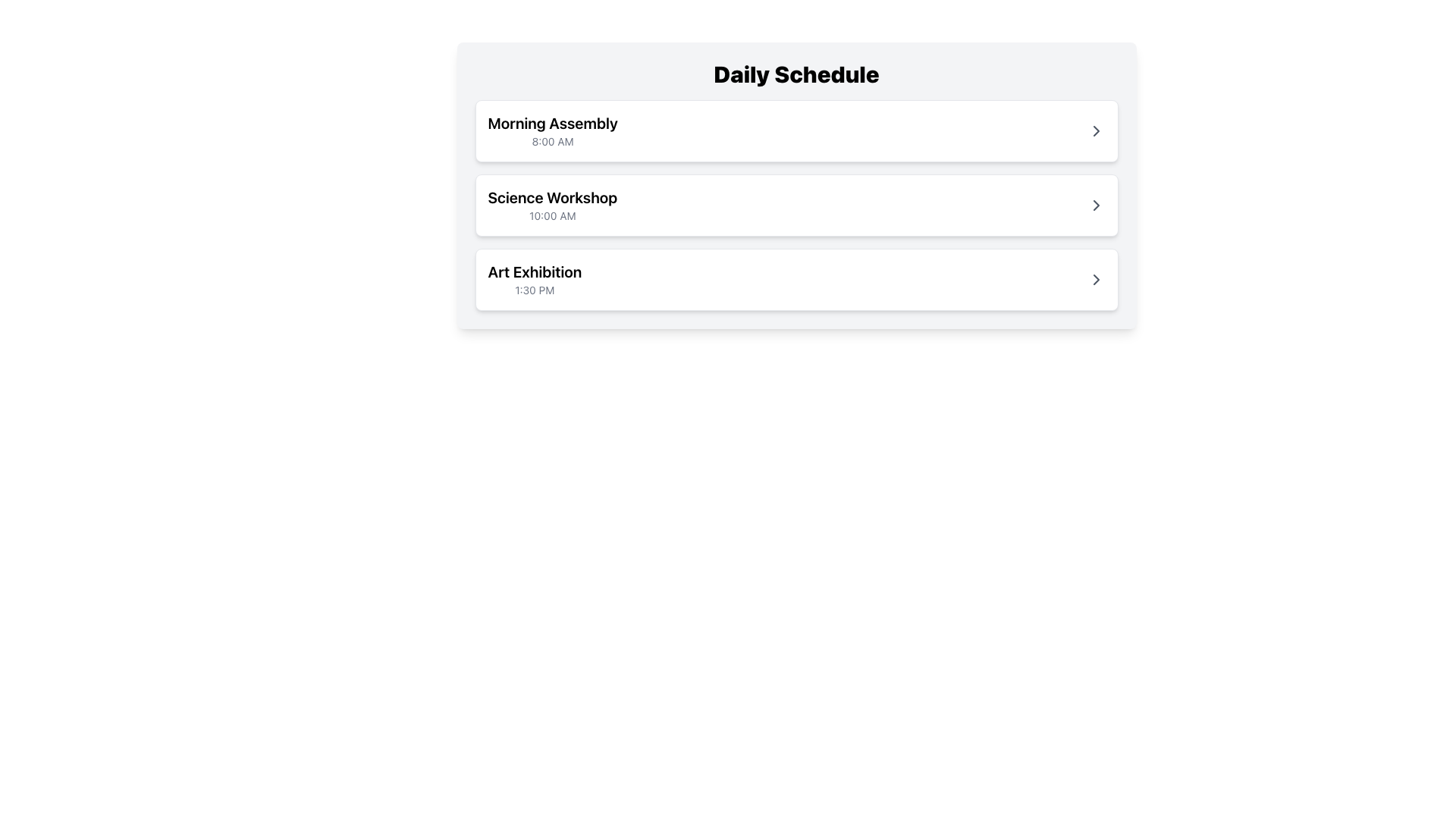  Describe the element at coordinates (535, 290) in the screenshot. I see `the text label indicating the scheduled time for the event titled 'Art Exhibition', located directly beneath the 'Art Exhibition' title` at that location.